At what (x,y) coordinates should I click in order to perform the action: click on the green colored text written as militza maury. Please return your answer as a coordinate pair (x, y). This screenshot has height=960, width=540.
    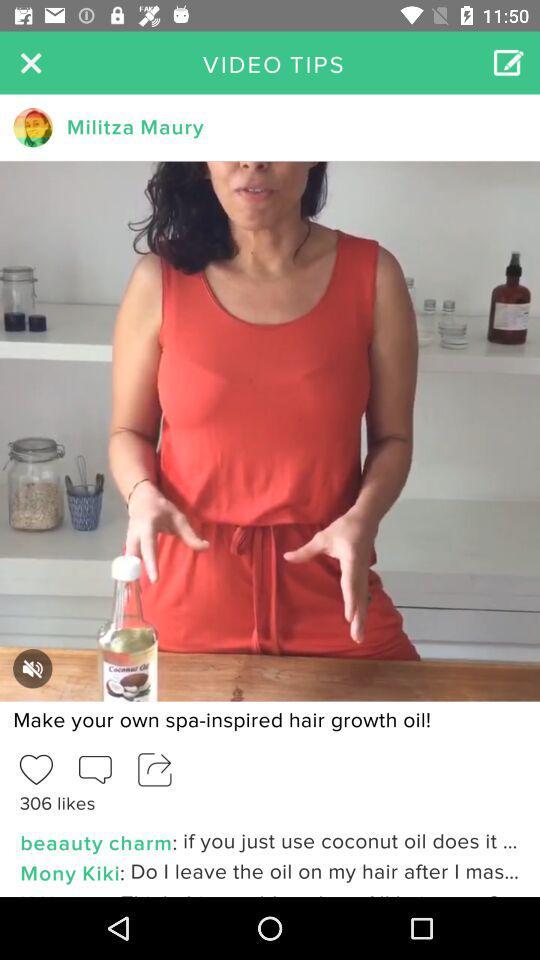
    Looking at the image, I should click on (135, 126).